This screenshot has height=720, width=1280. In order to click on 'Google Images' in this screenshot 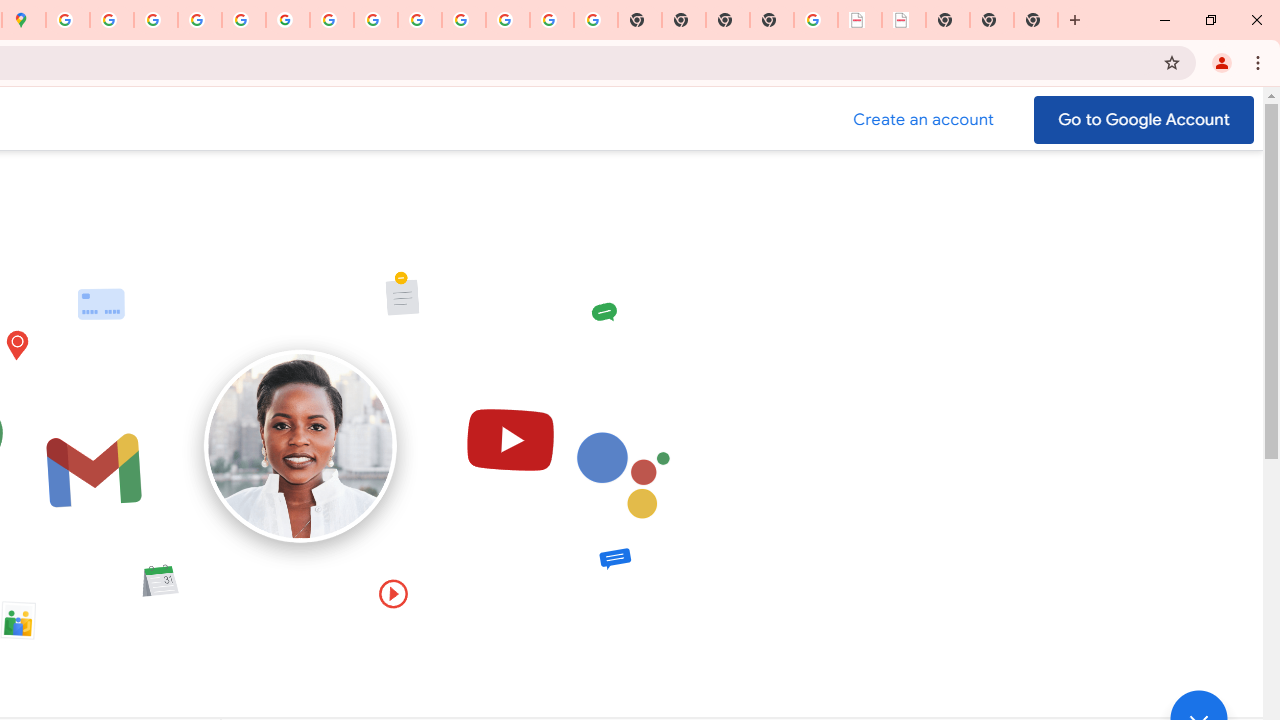, I will do `click(594, 20)`.